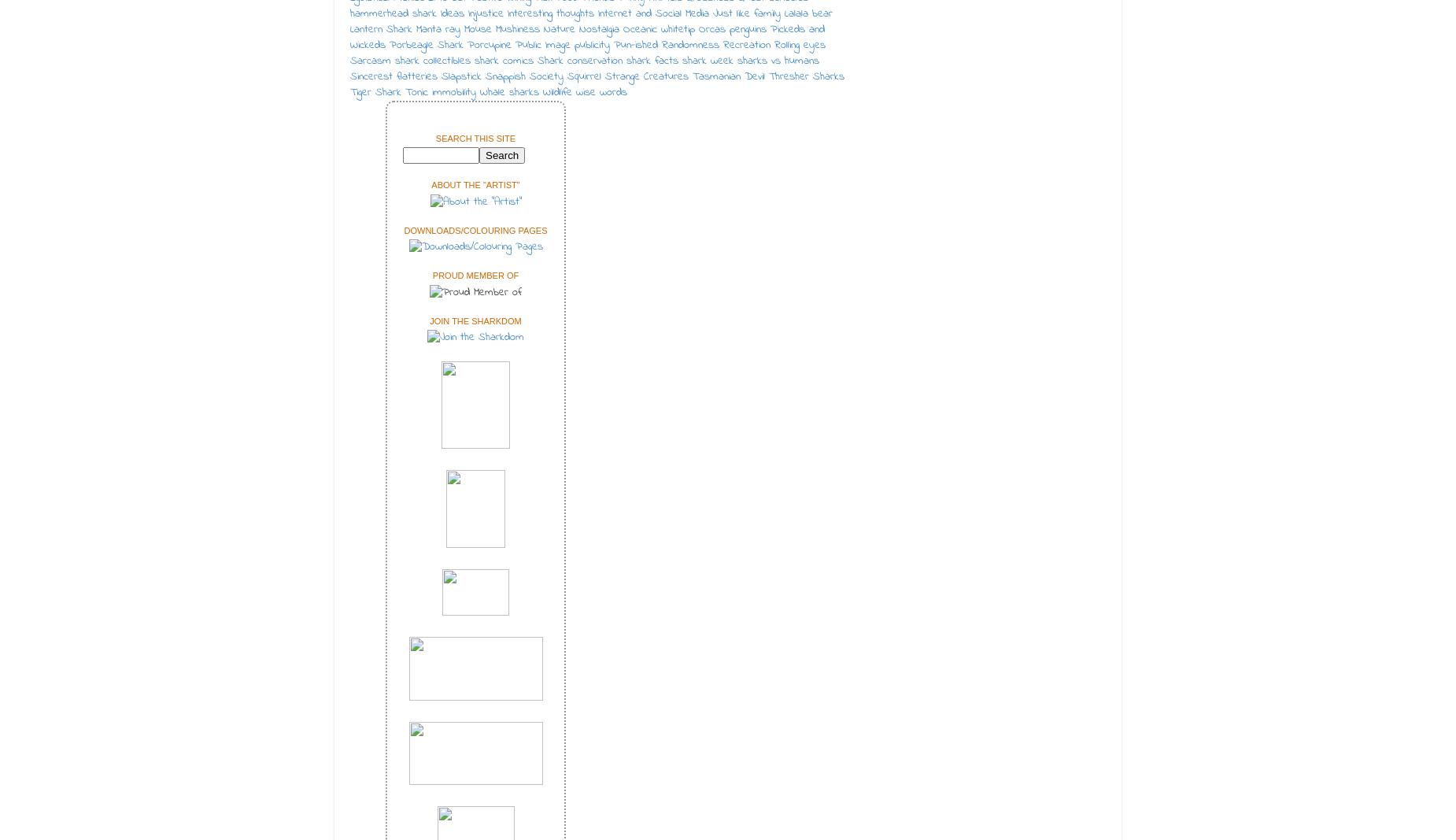  Describe the element at coordinates (546, 75) in the screenshot. I see `'Society'` at that location.